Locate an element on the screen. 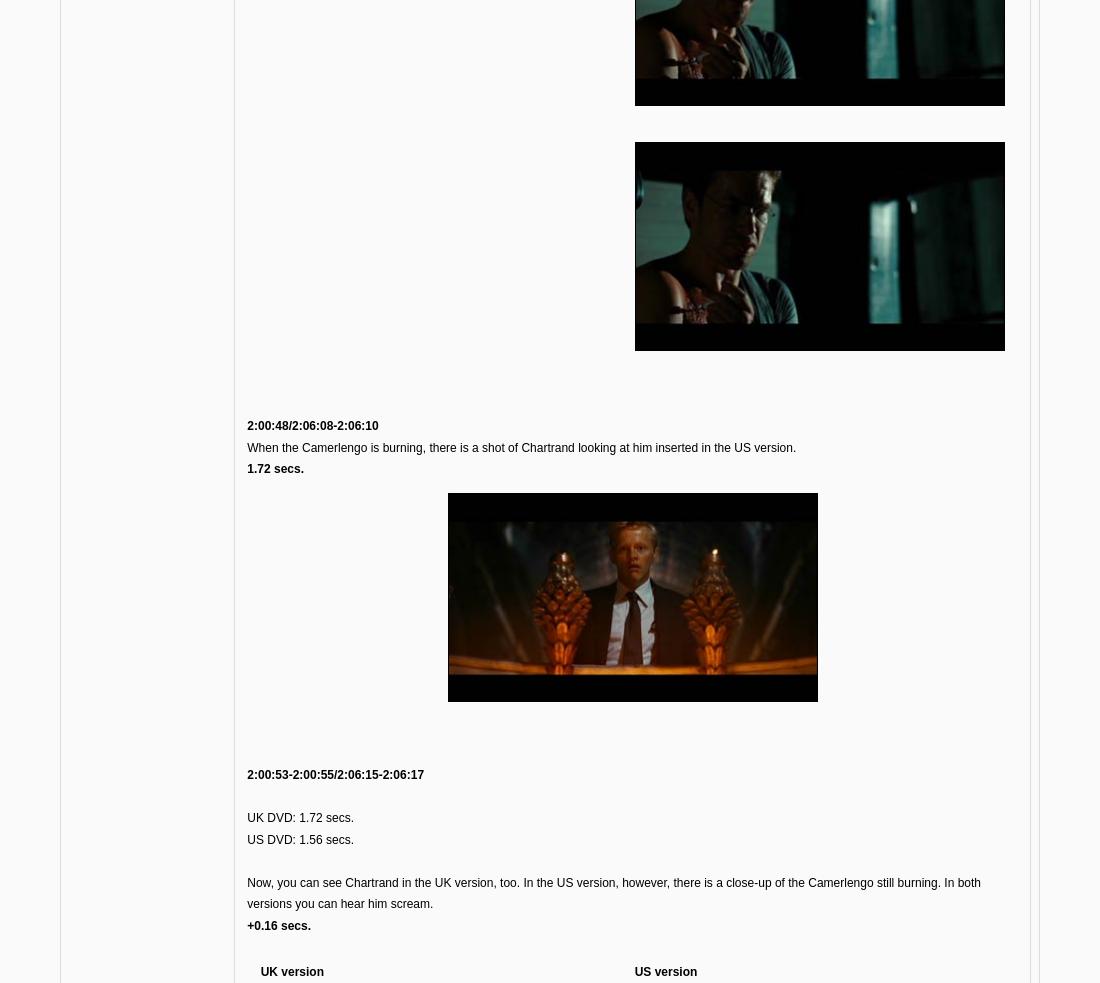 The image size is (1100, 983). '+0.16 secs.' is located at coordinates (246, 925).